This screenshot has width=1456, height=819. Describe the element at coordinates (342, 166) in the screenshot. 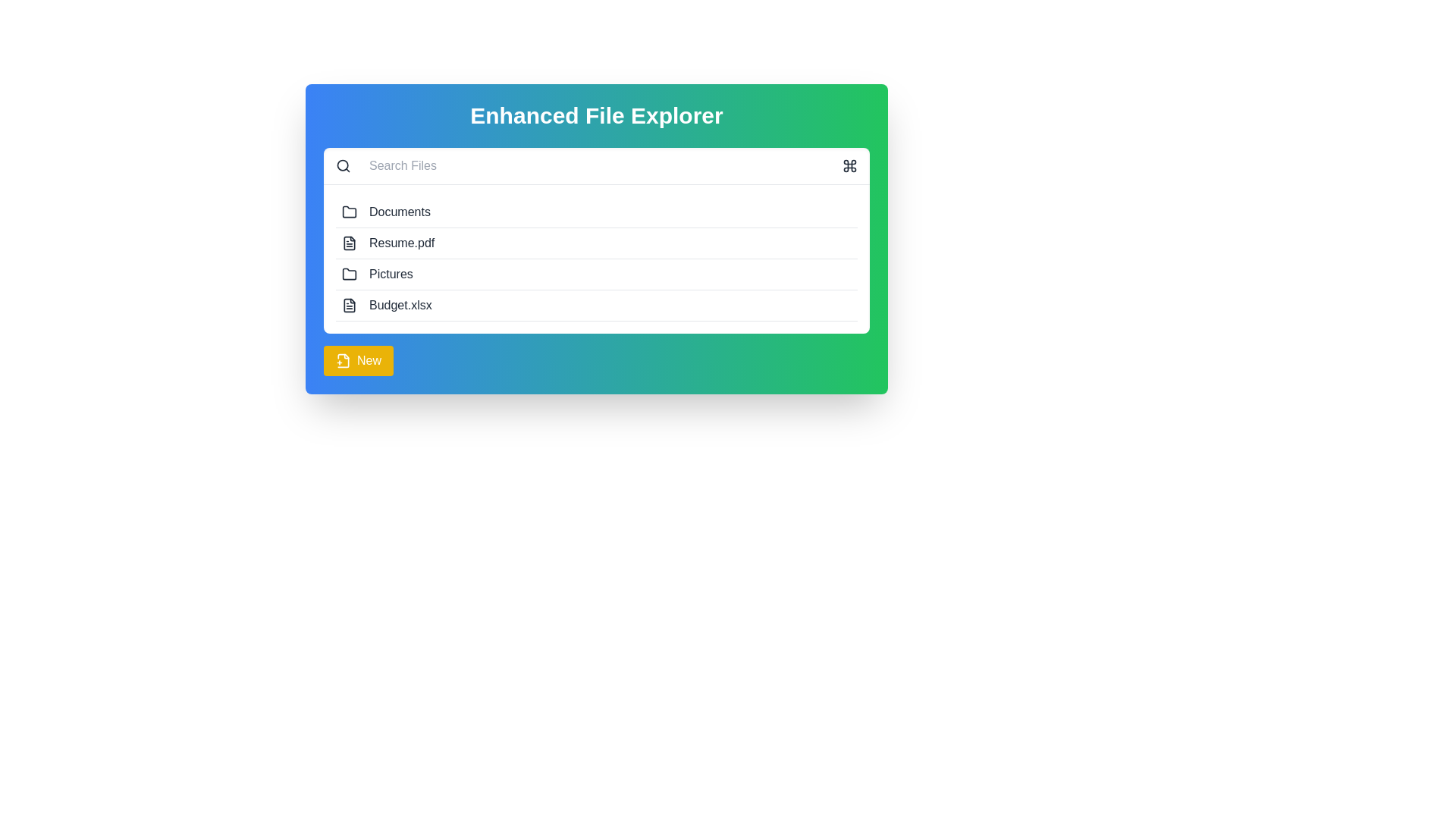

I see `the magnifying glass icon used for search, located immediately to the left of the search text box in the 'Enhanced File Explorer' interface` at that location.